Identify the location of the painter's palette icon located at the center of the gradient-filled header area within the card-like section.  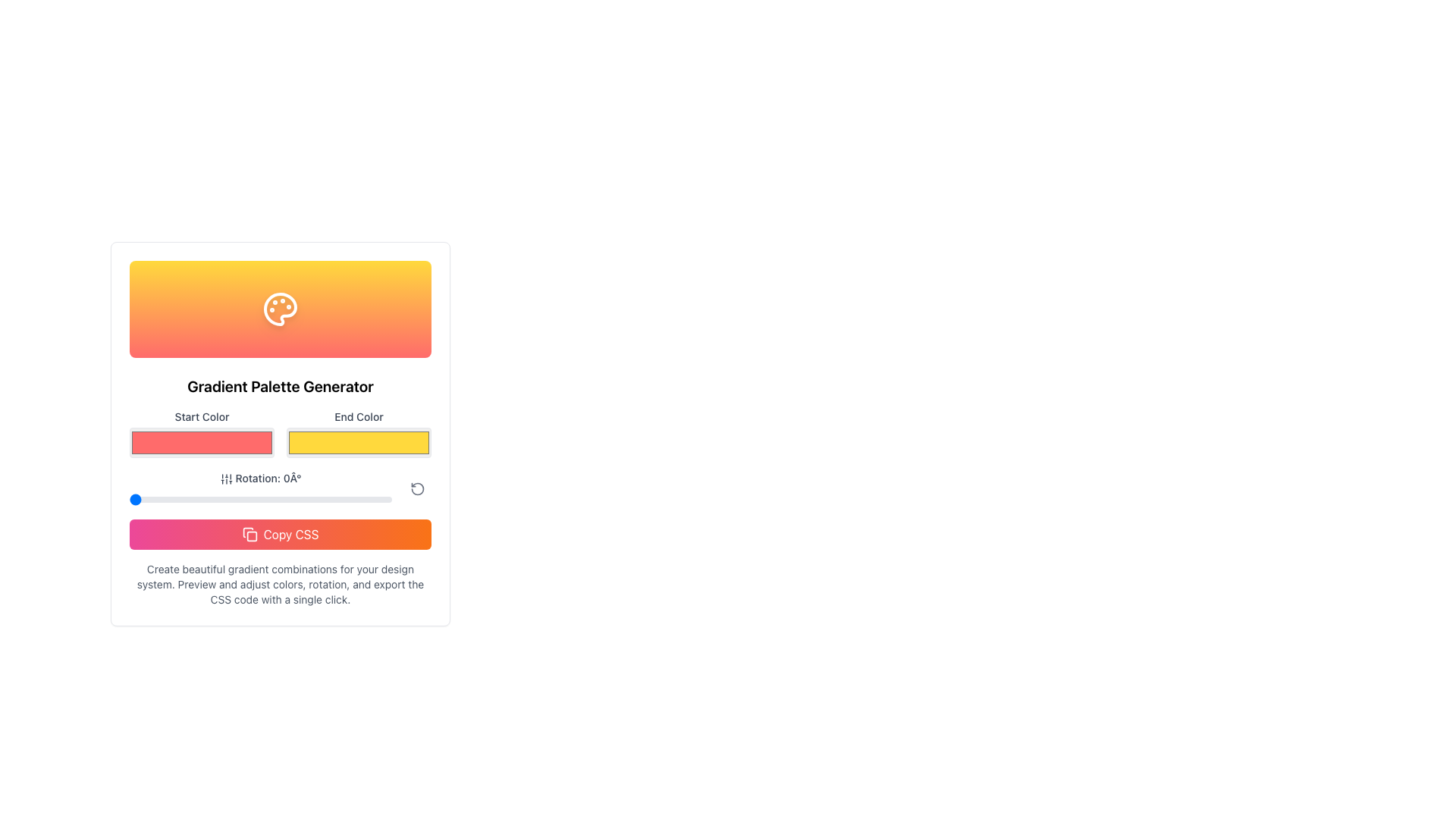
(280, 309).